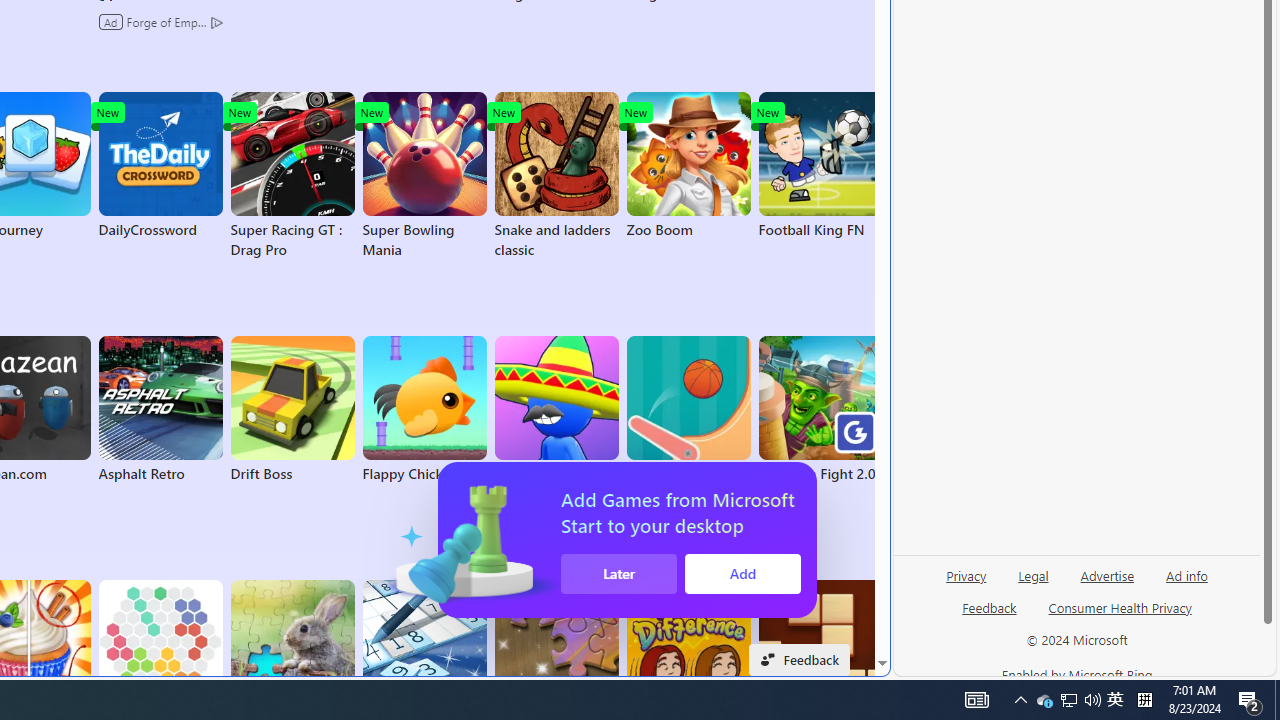  Describe the element at coordinates (291, 409) in the screenshot. I see `'Drift Boss'` at that location.